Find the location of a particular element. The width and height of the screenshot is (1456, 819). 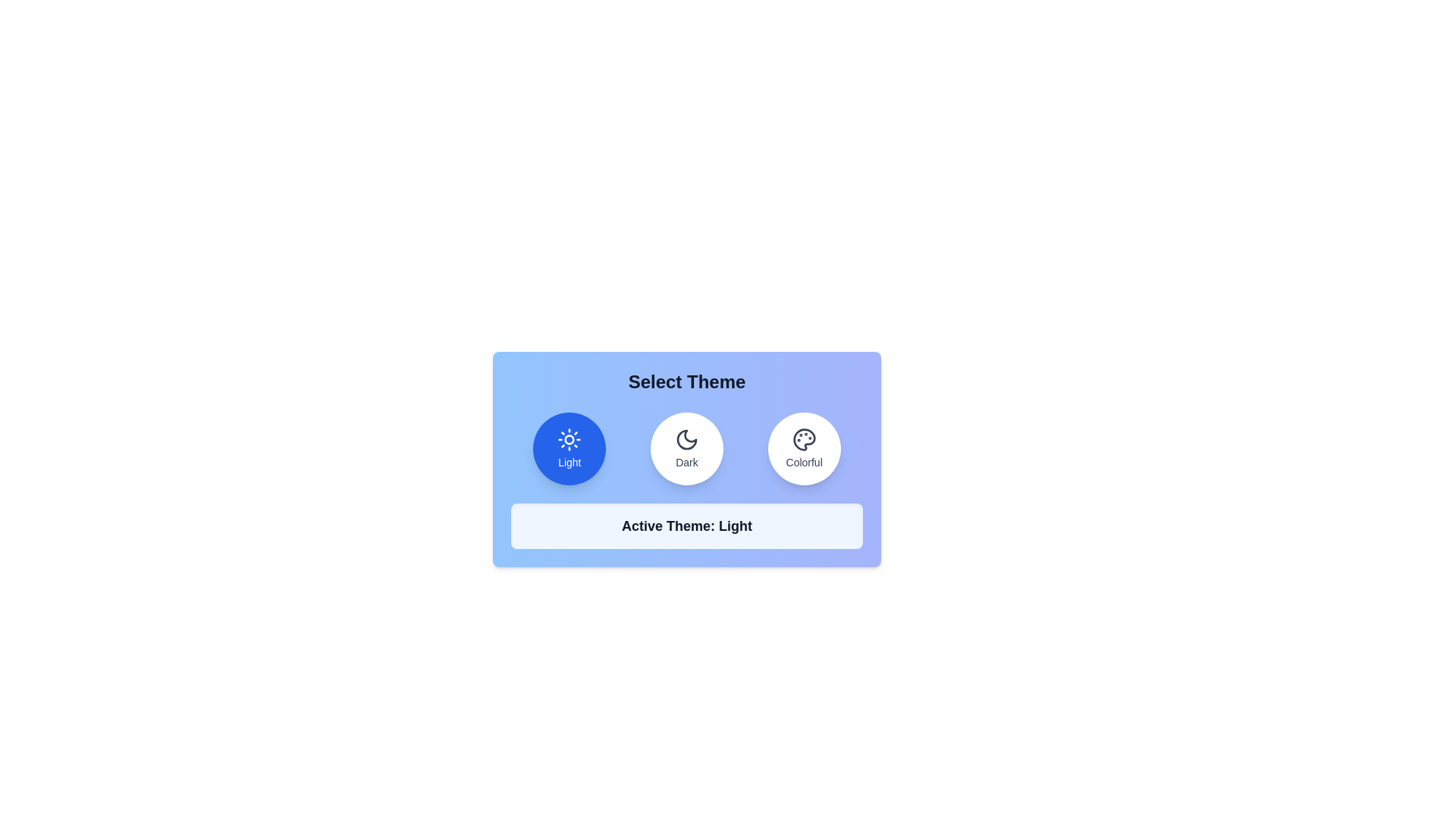

the theme button for Colorful is located at coordinates (803, 447).